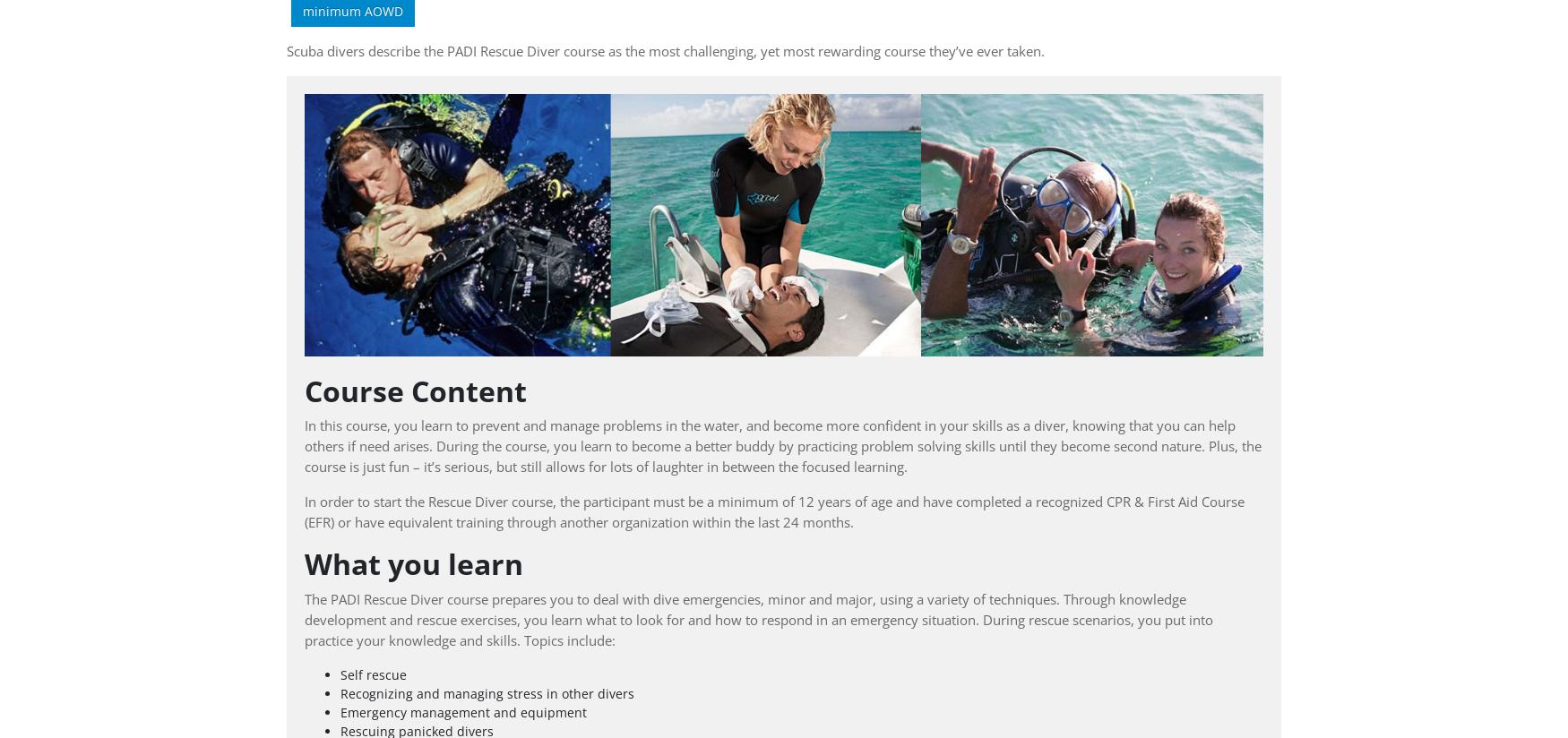 This screenshot has width=1568, height=738. What do you see at coordinates (759, 618) in the screenshot?
I see `'The PADI Rescue Diver course prepares you to deal with dive emergencies, minor and major, using a variety of techniques. Through knowledge development and rescue exercises, you learn what to look for and how to respond in an emergency situation. During rescue scenarios, you put into practice your knowledge and skills. Topics include:'` at bounding box center [759, 618].